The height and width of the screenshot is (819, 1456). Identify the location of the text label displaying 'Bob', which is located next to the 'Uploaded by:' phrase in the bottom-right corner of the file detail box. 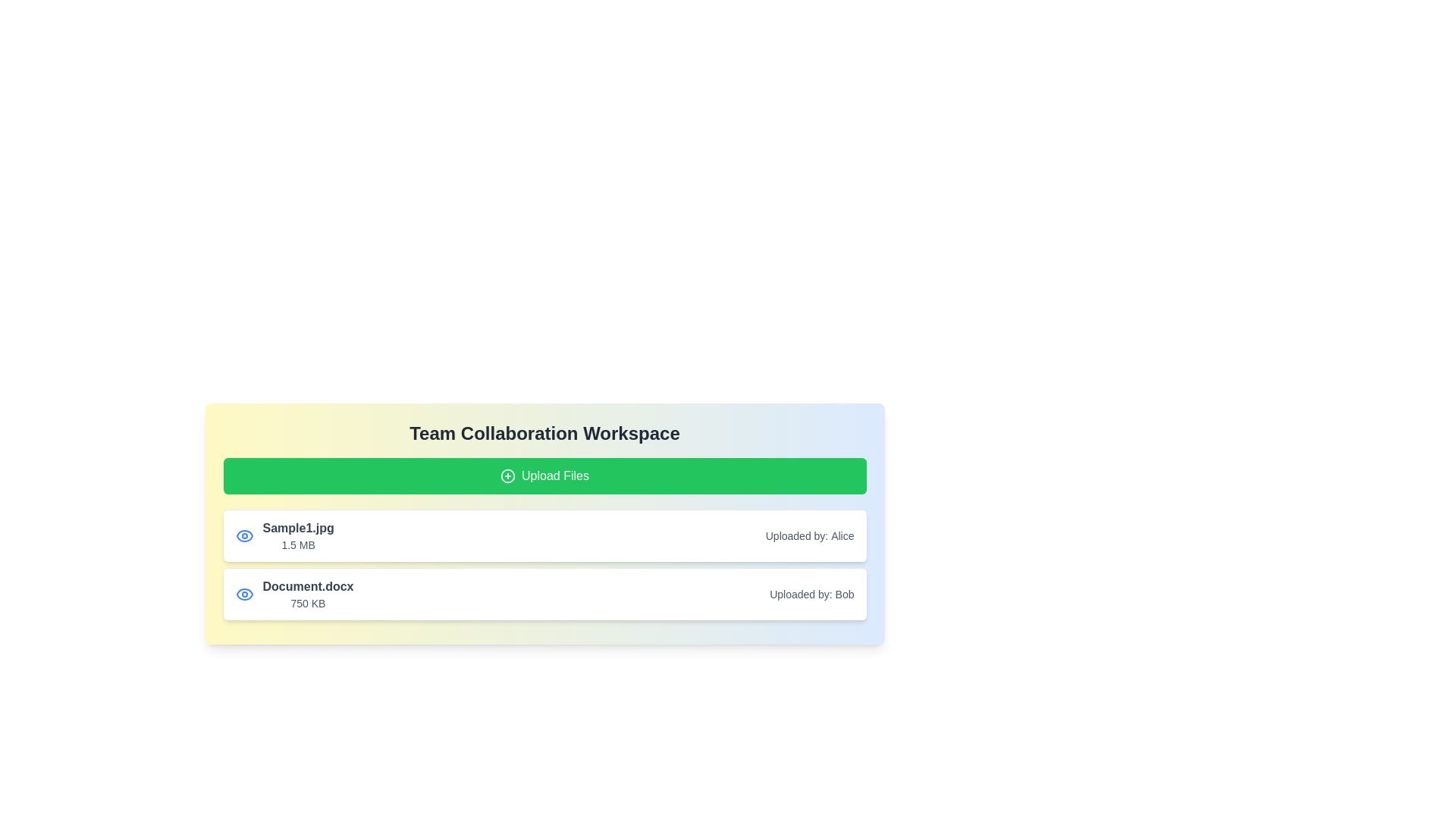
(843, 593).